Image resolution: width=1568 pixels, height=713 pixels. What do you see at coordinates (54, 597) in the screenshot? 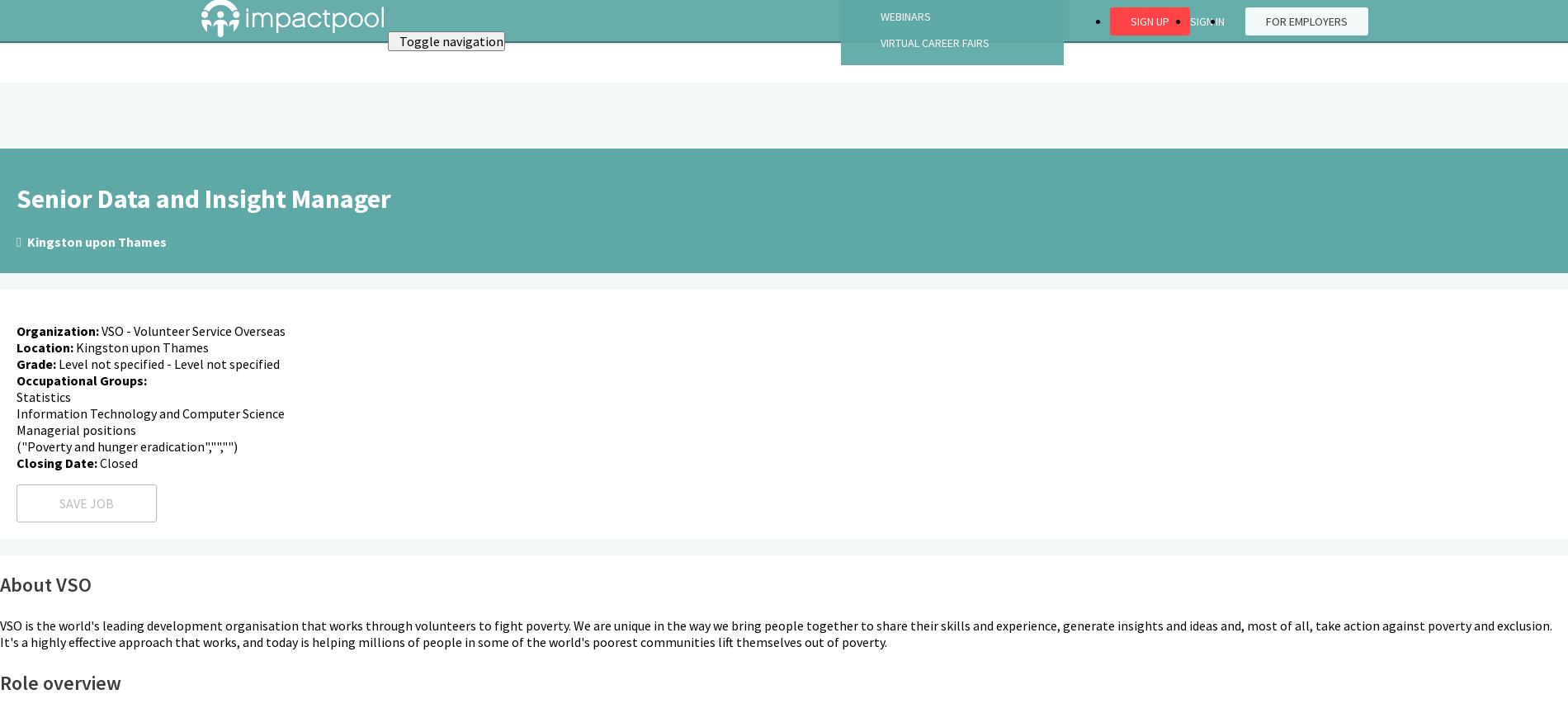
I see `'Addis Ababa'` at bounding box center [54, 597].